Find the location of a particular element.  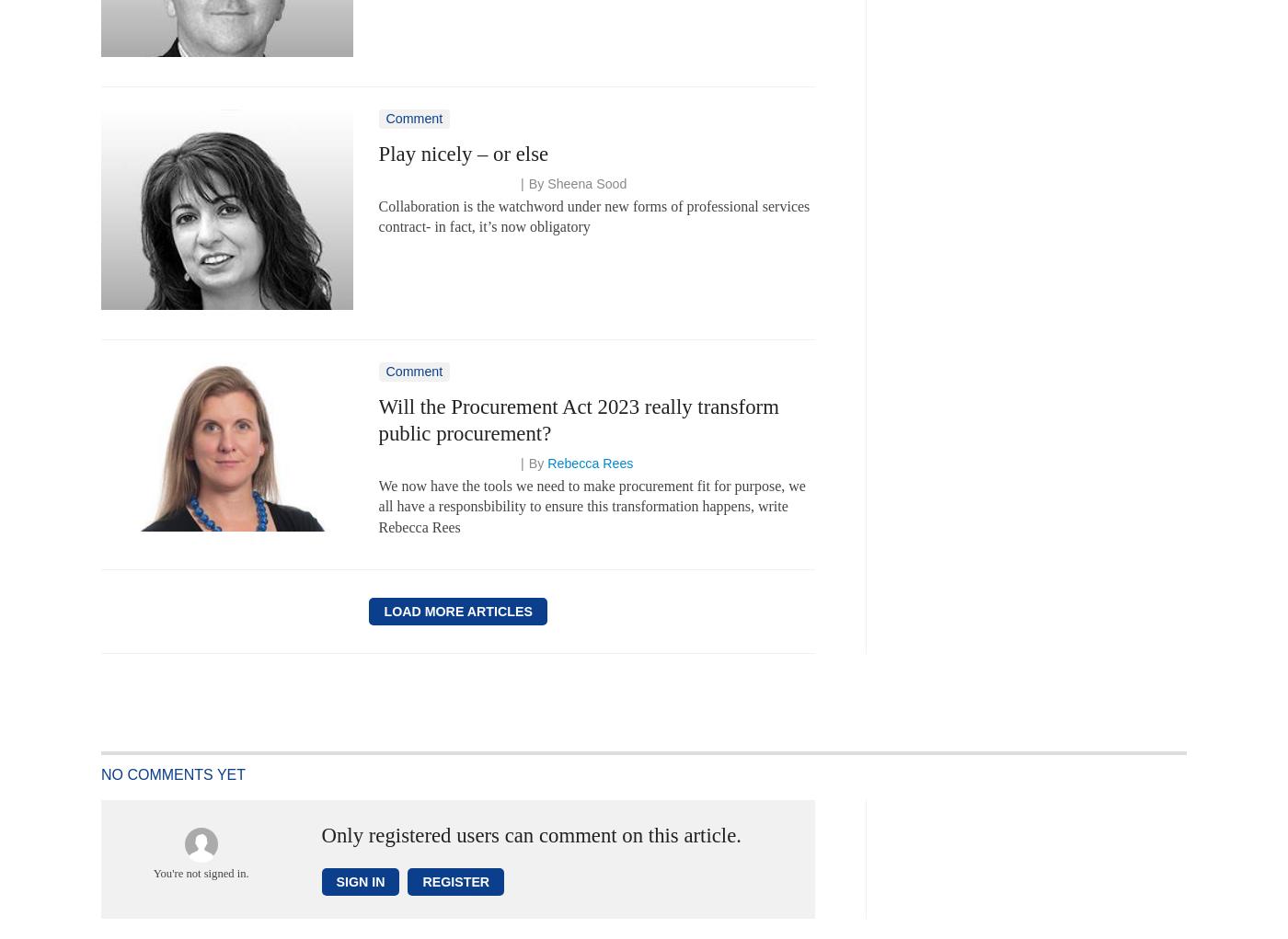

'Register' is located at coordinates (422, 880).